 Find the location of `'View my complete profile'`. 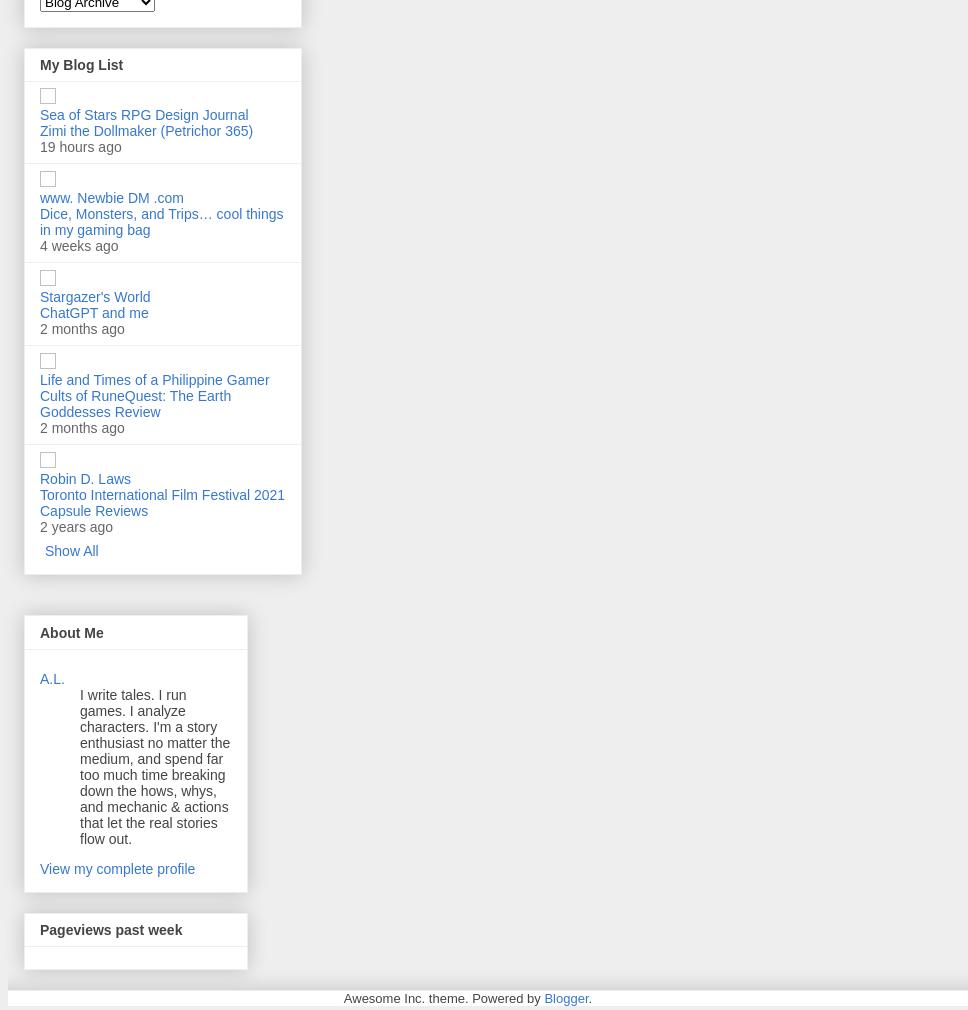

'View my complete profile' is located at coordinates (117, 867).